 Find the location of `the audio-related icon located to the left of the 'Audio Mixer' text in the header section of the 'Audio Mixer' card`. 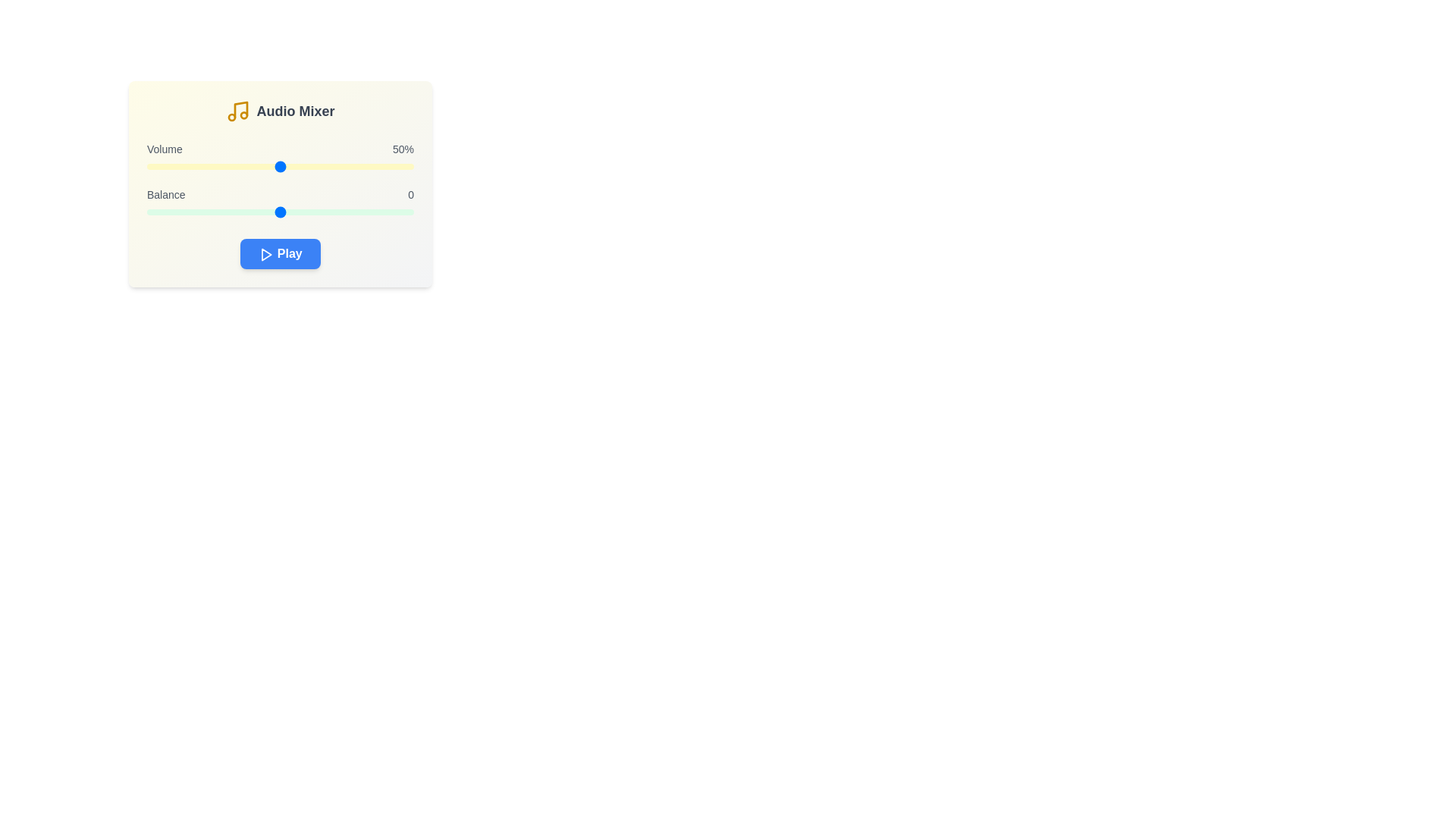

the audio-related icon located to the left of the 'Audio Mixer' text in the header section of the 'Audio Mixer' card is located at coordinates (237, 110).